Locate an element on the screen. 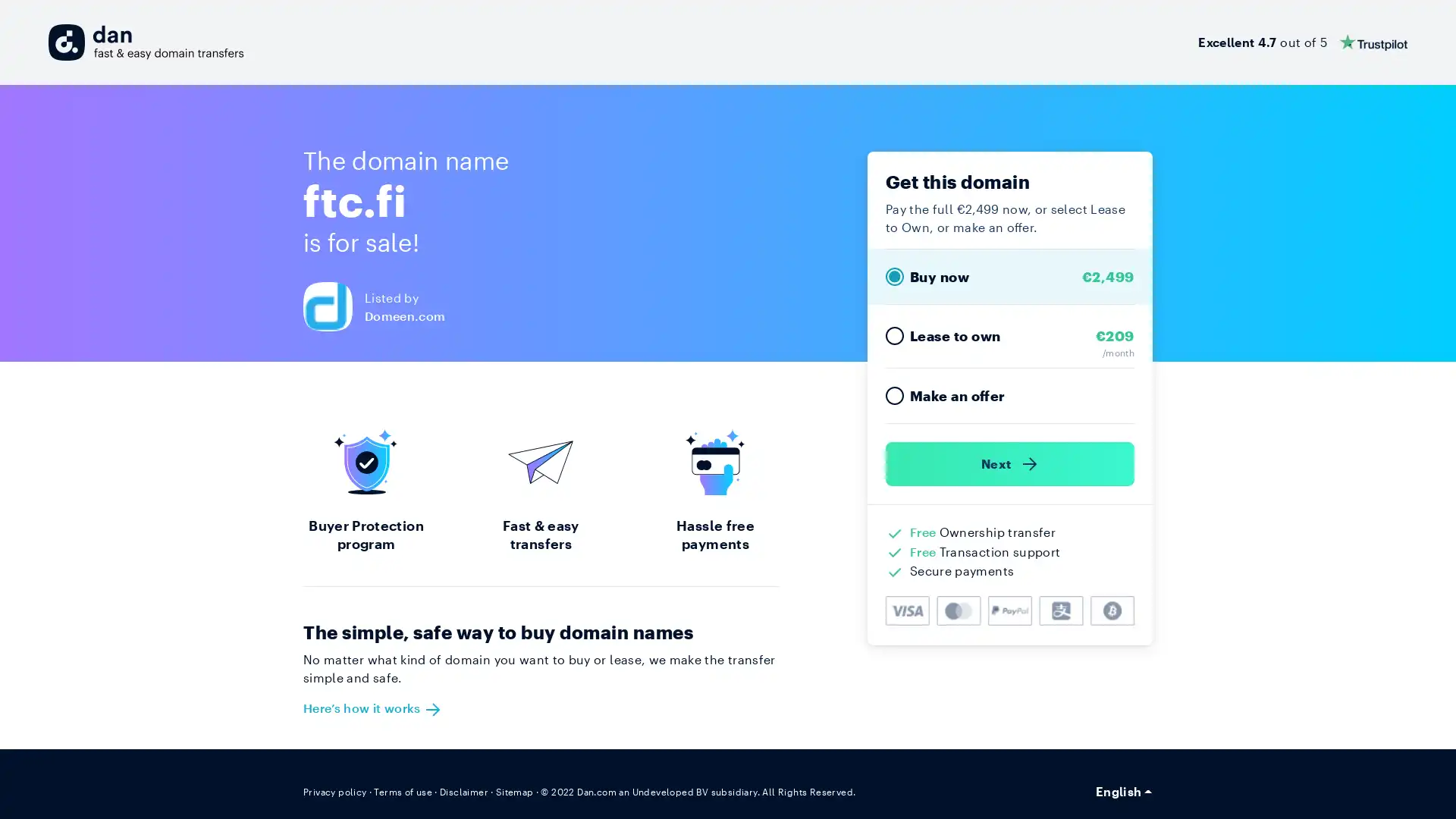  Open Intercom Messenger is located at coordinates (1417, 780).